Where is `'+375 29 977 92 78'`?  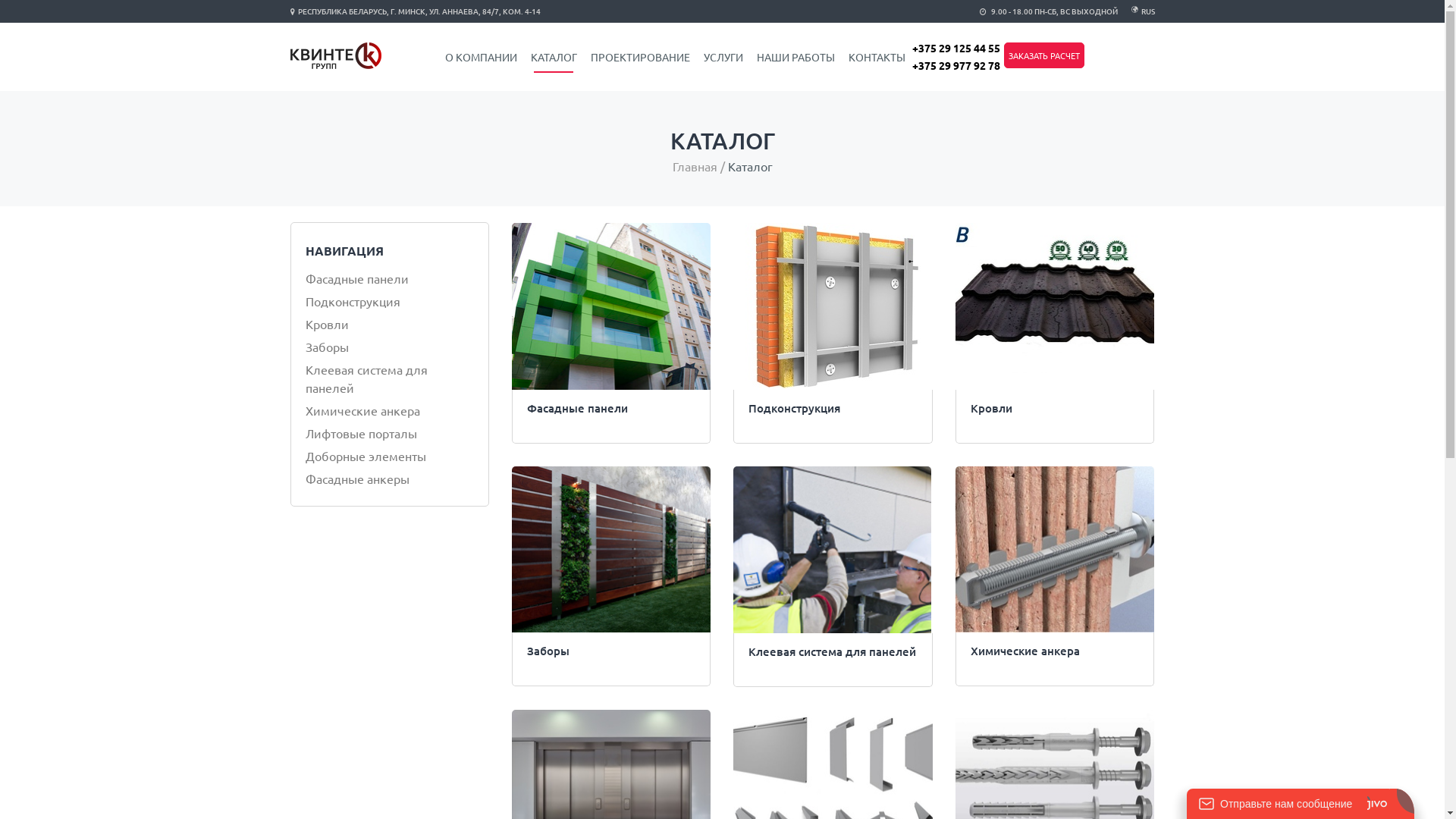 '+375 29 977 92 78' is located at coordinates (954, 64).